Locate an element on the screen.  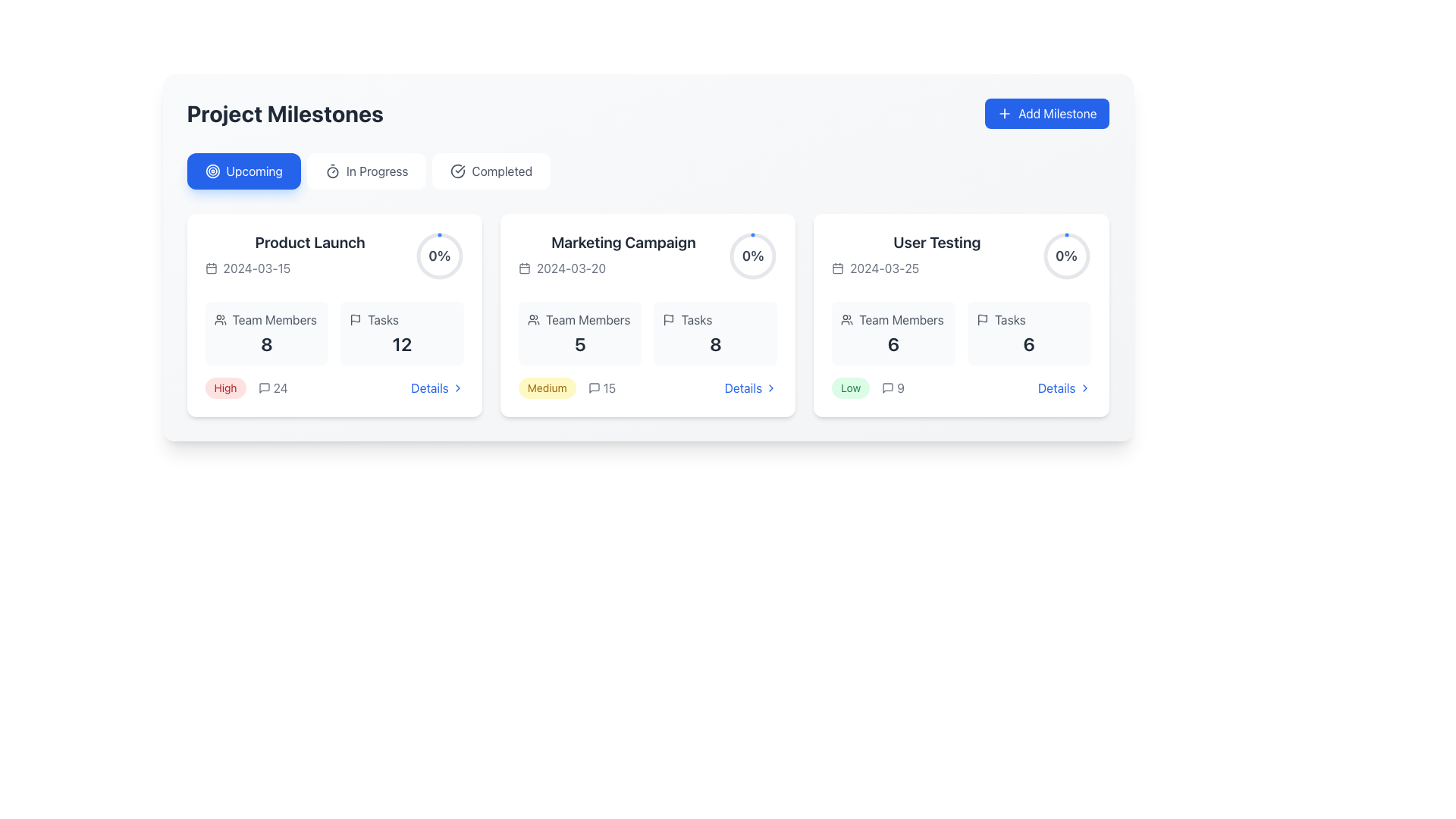
the 'In Progress' tab icon, which visually represents ongoing activities and is located to the left of the text 'In Progress' in the navigation tab is located at coordinates (331, 171).